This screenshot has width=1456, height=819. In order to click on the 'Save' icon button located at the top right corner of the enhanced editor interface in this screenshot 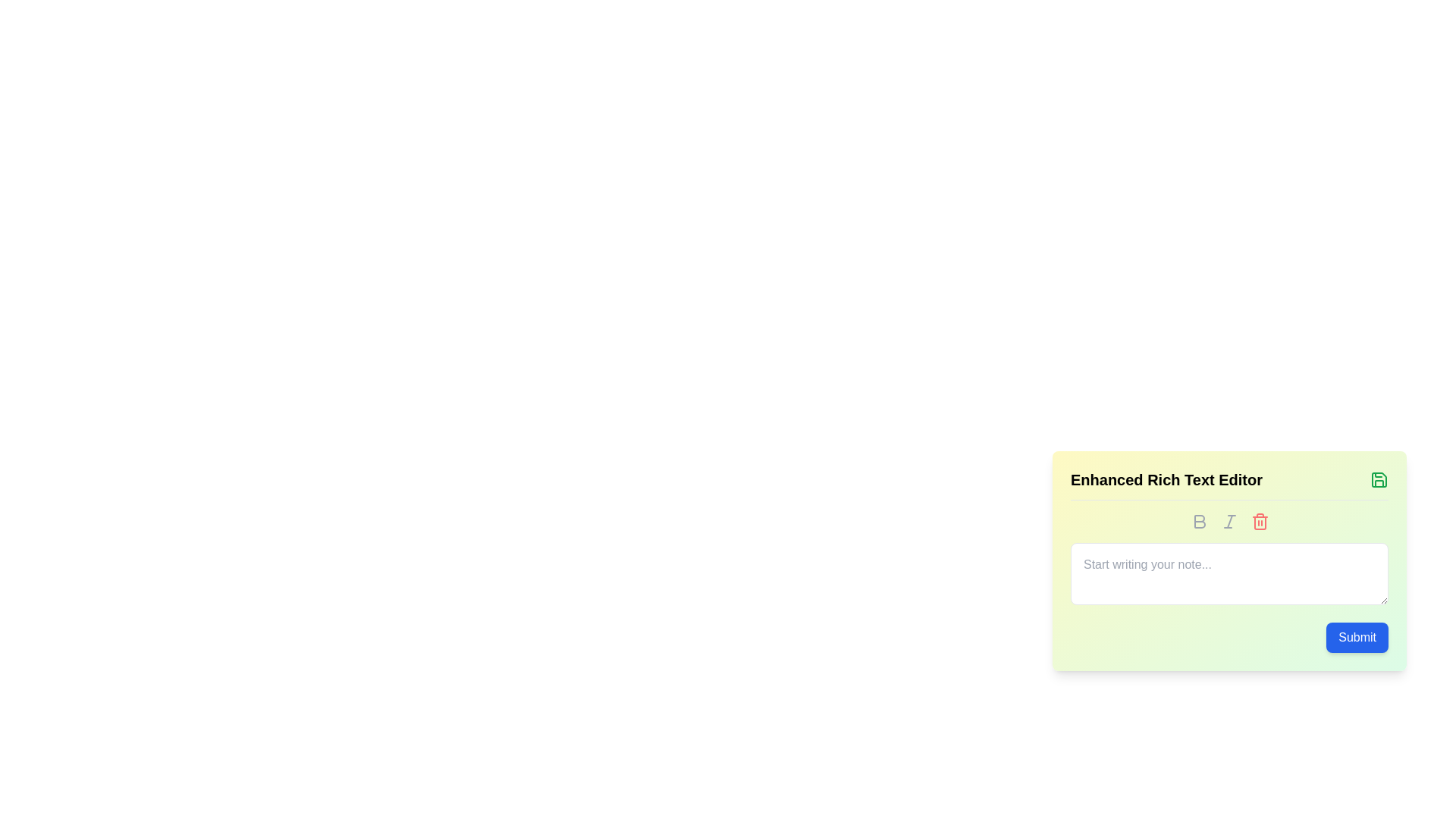, I will do `click(1379, 479)`.